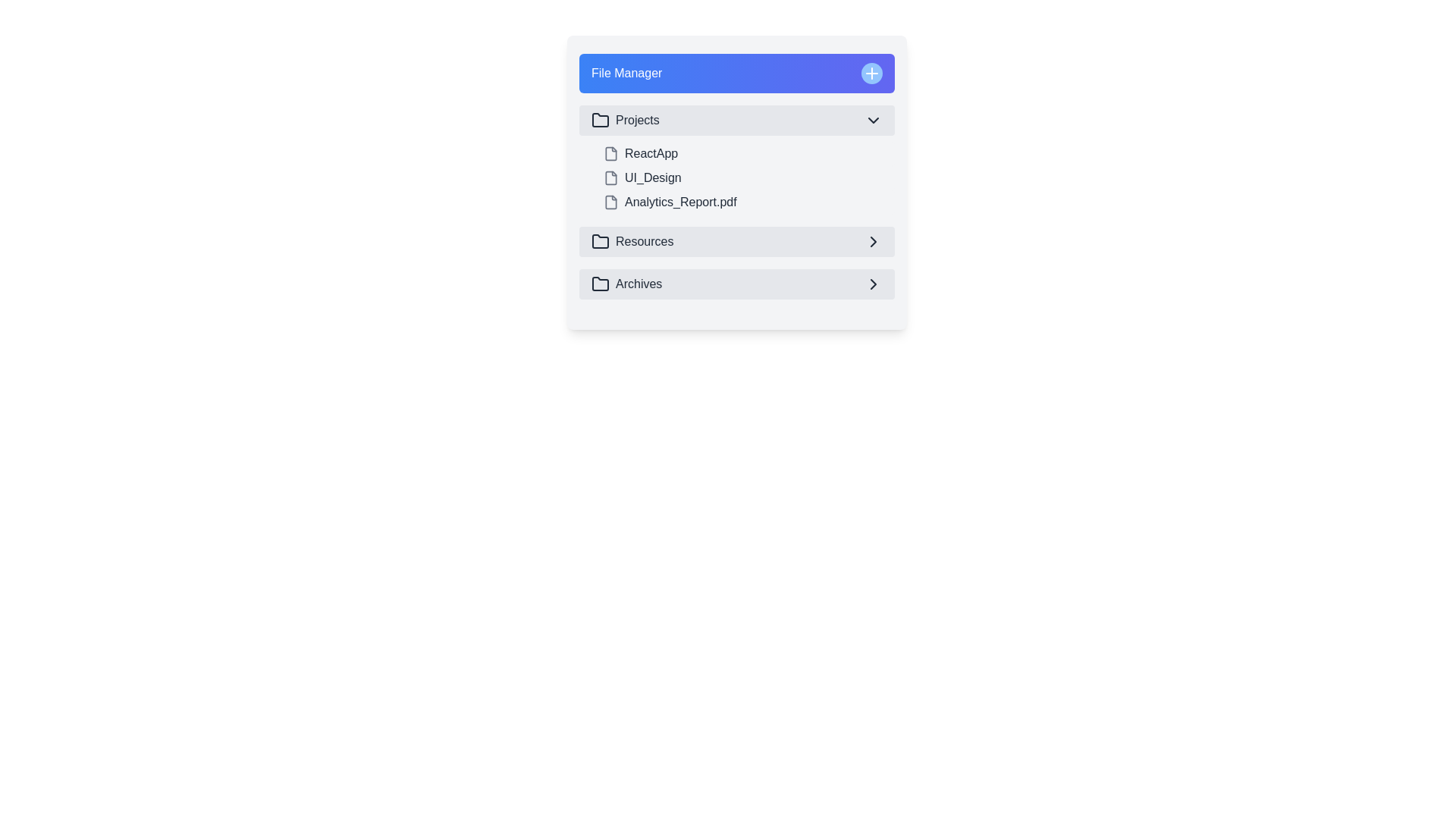 The image size is (1456, 819). I want to click on the 'UI_Design' text label, so click(653, 177).